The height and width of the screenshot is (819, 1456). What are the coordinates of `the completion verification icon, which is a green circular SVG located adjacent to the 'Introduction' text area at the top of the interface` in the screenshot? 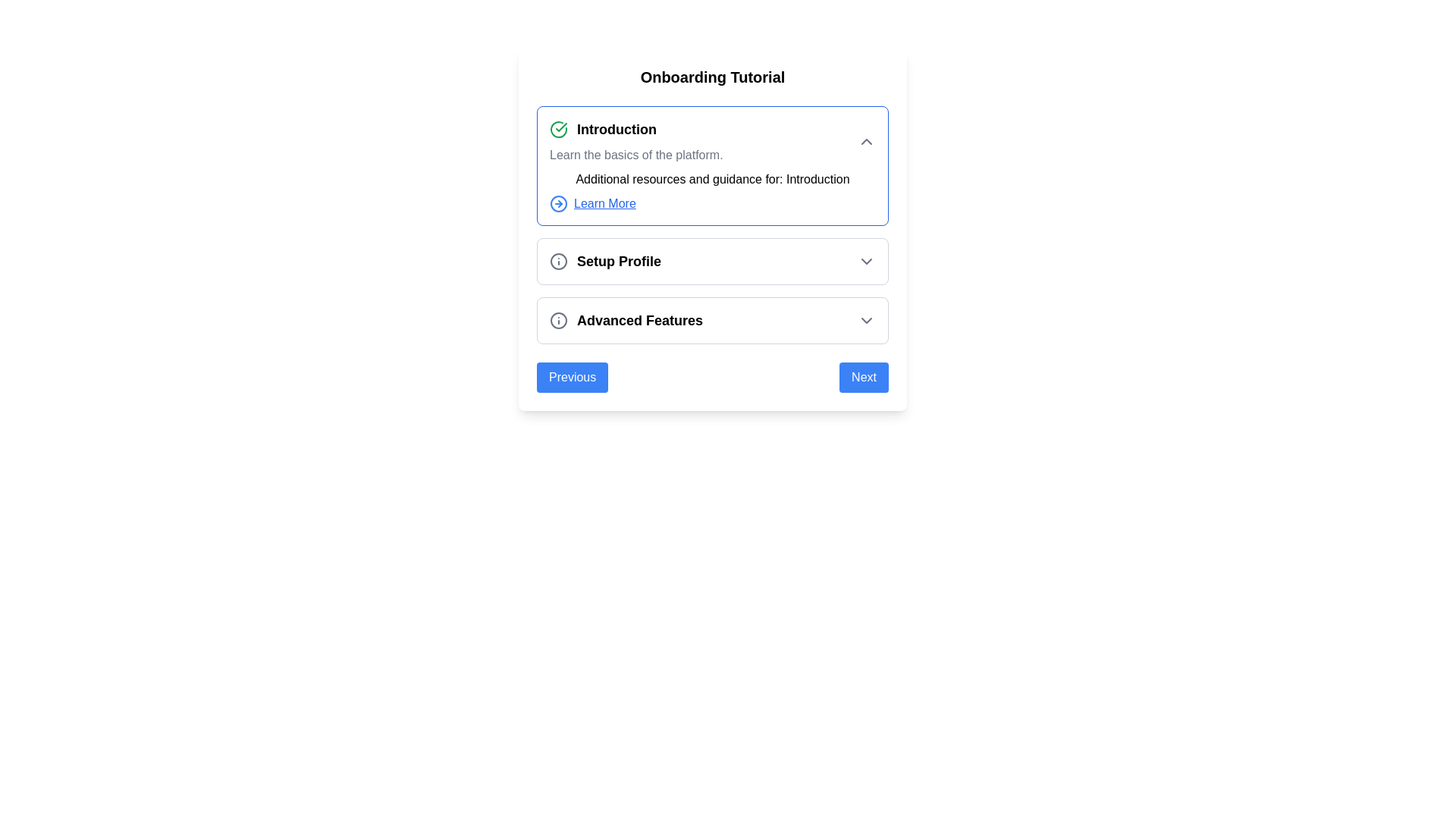 It's located at (560, 127).